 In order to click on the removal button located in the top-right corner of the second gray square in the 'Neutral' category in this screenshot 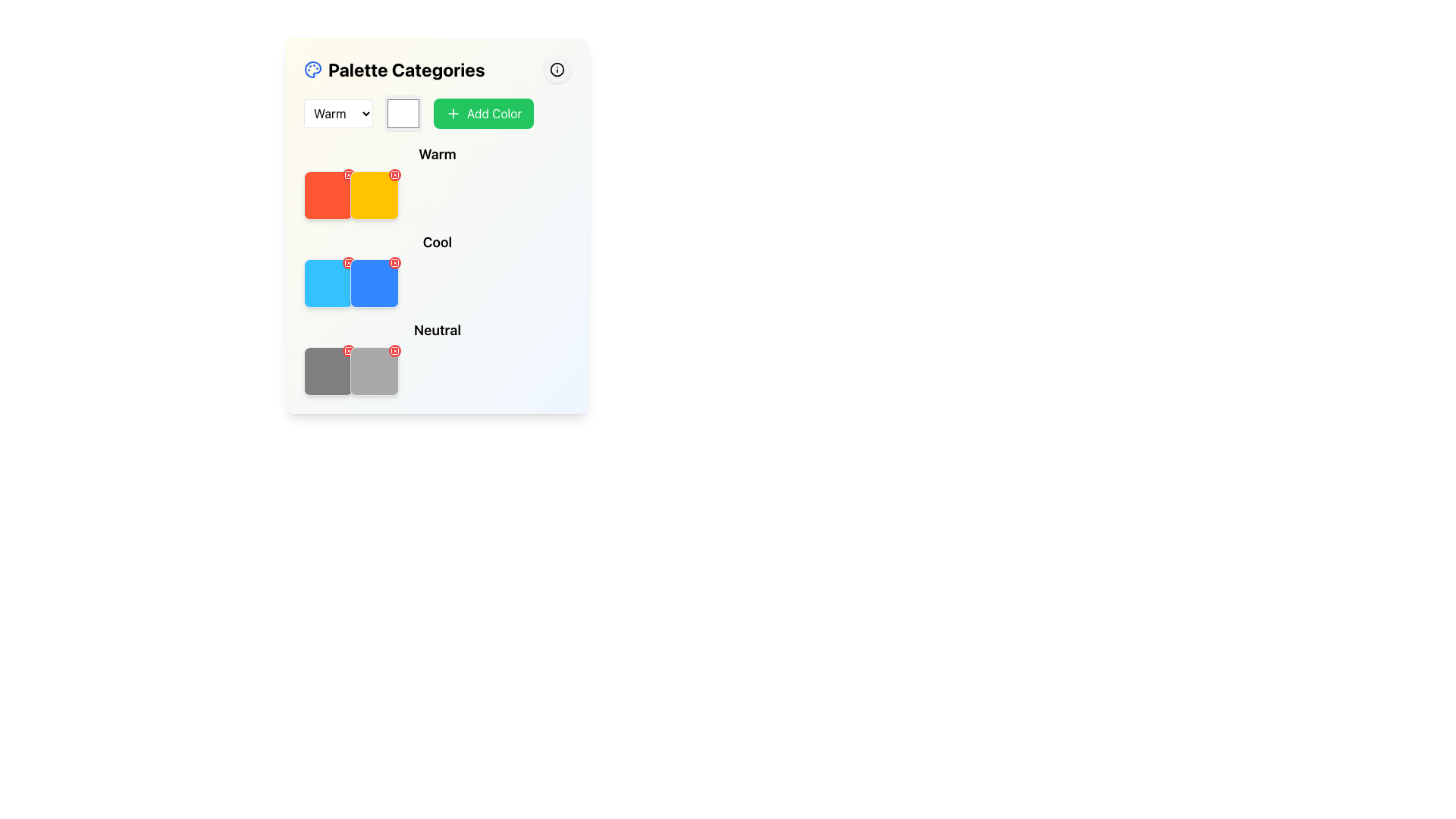, I will do `click(348, 350)`.